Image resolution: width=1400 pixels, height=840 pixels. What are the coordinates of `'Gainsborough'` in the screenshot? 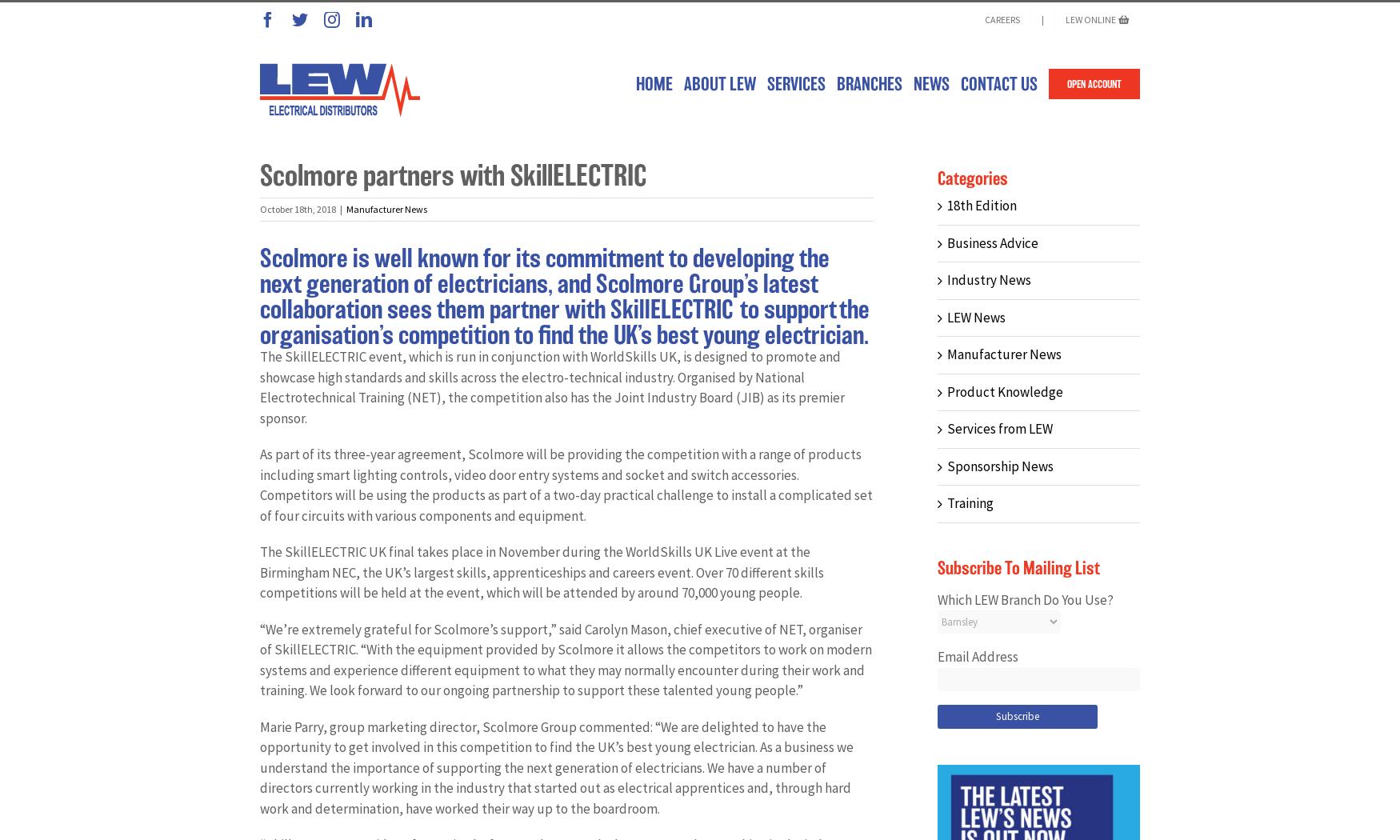 It's located at (889, 261).